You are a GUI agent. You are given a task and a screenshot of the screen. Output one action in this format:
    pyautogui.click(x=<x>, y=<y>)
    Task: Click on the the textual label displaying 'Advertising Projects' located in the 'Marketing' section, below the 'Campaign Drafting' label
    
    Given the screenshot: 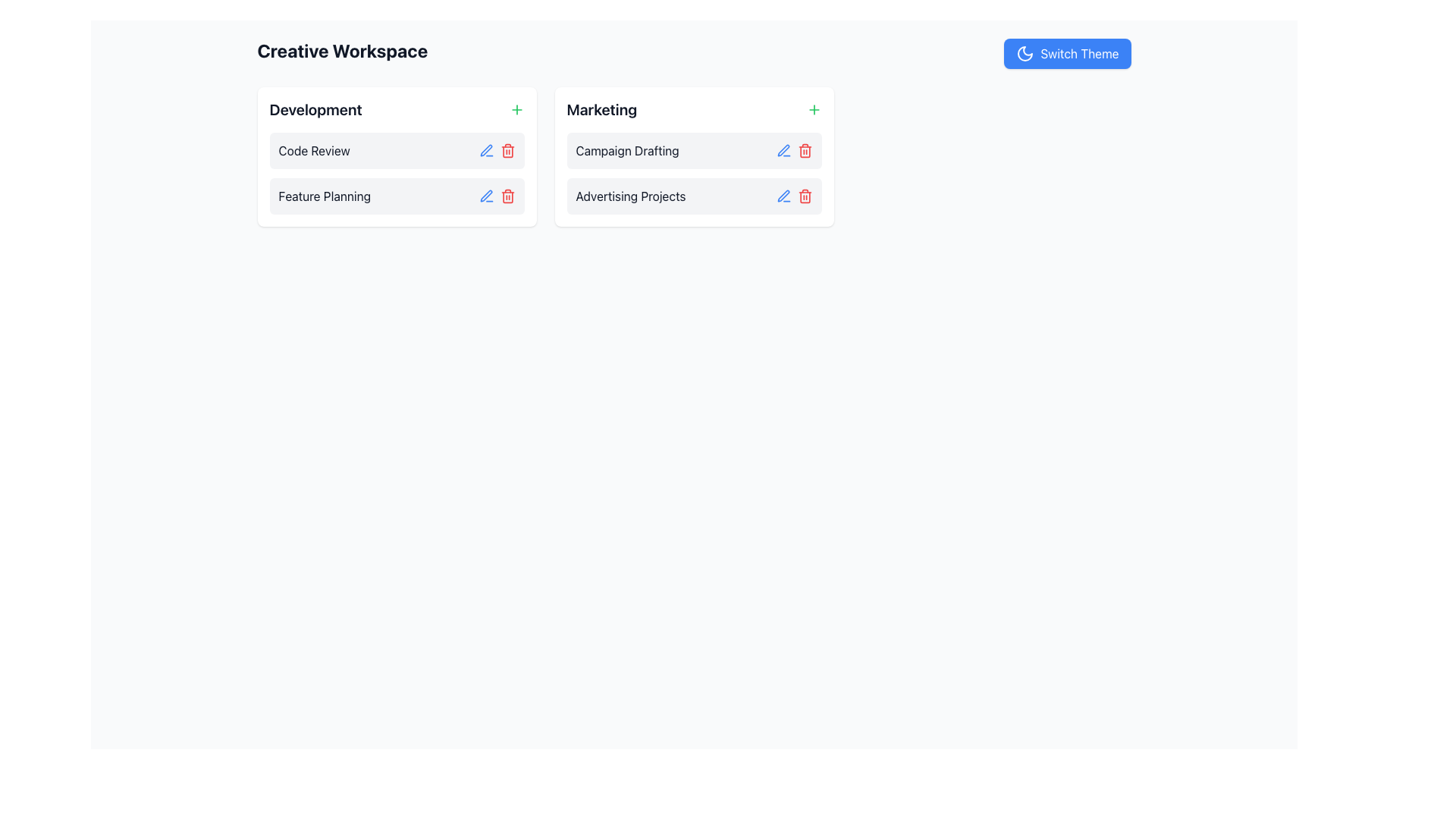 What is the action you would take?
    pyautogui.click(x=630, y=195)
    